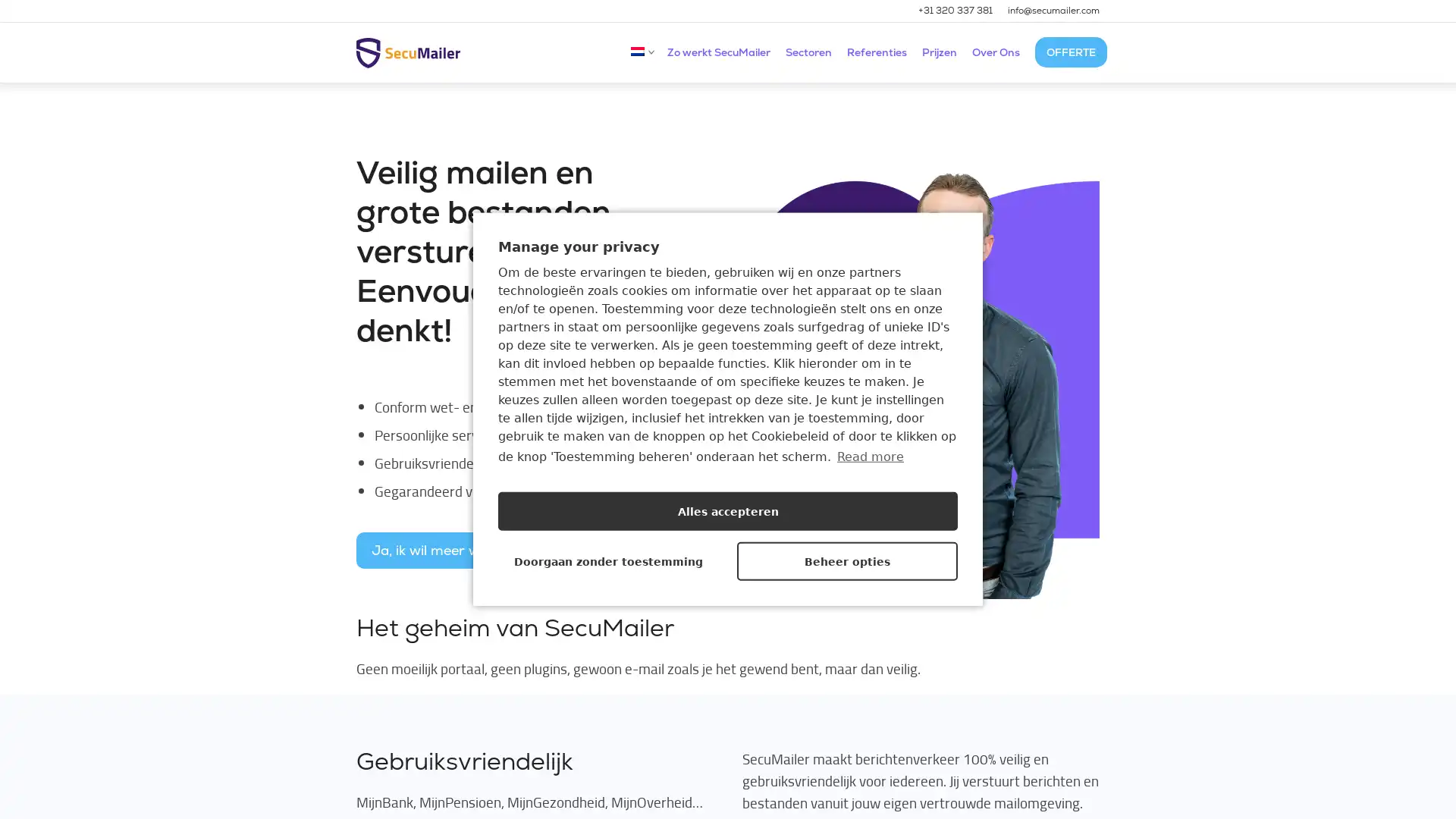  What do you see at coordinates (846, 561) in the screenshot?
I see `Beheer opties` at bounding box center [846, 561].